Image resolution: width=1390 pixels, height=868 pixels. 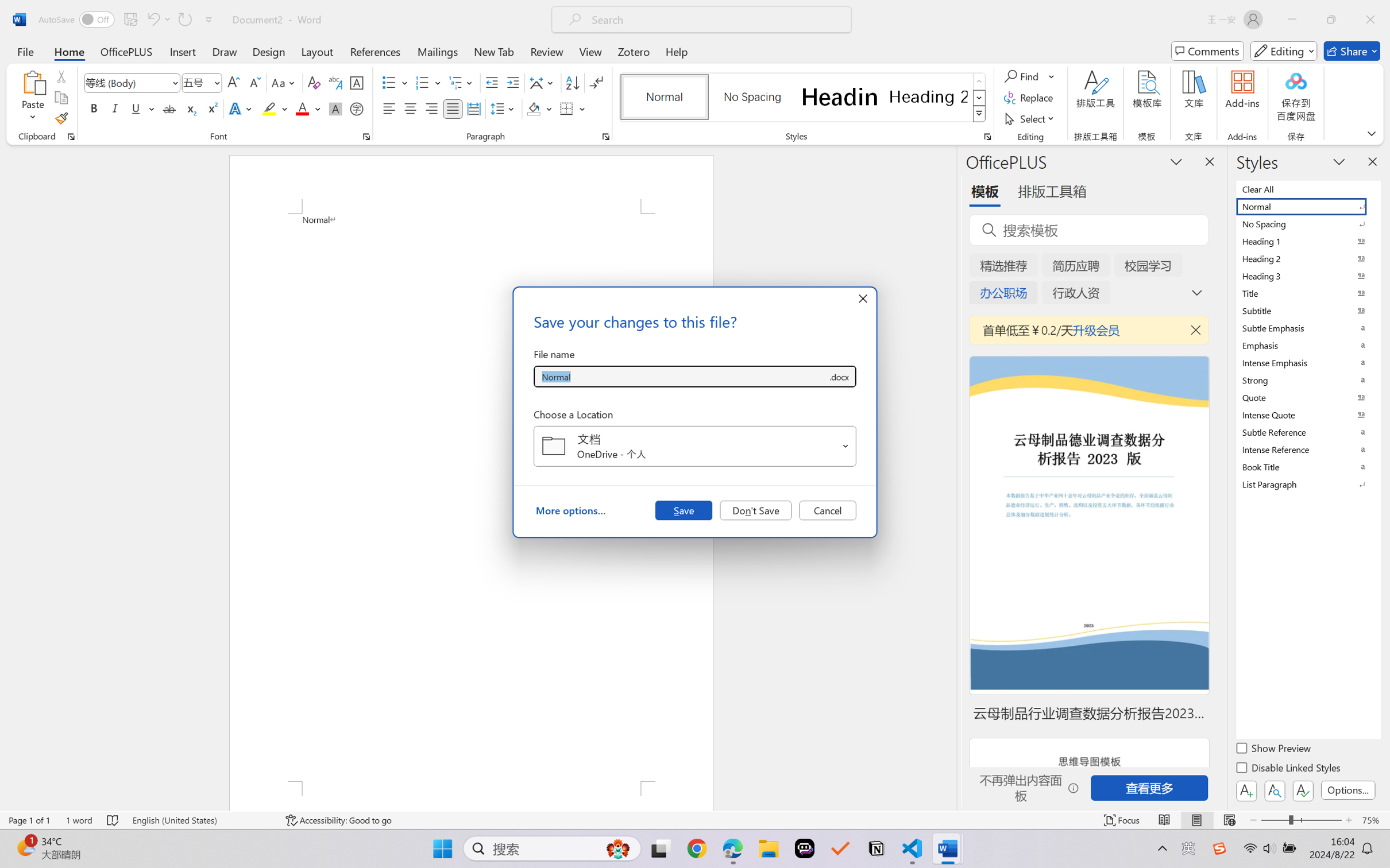 What do you see at coordinates (1176, 161) in the screenshot?
I see `'Task Pane Options'` at bounding box center [1176, 161].